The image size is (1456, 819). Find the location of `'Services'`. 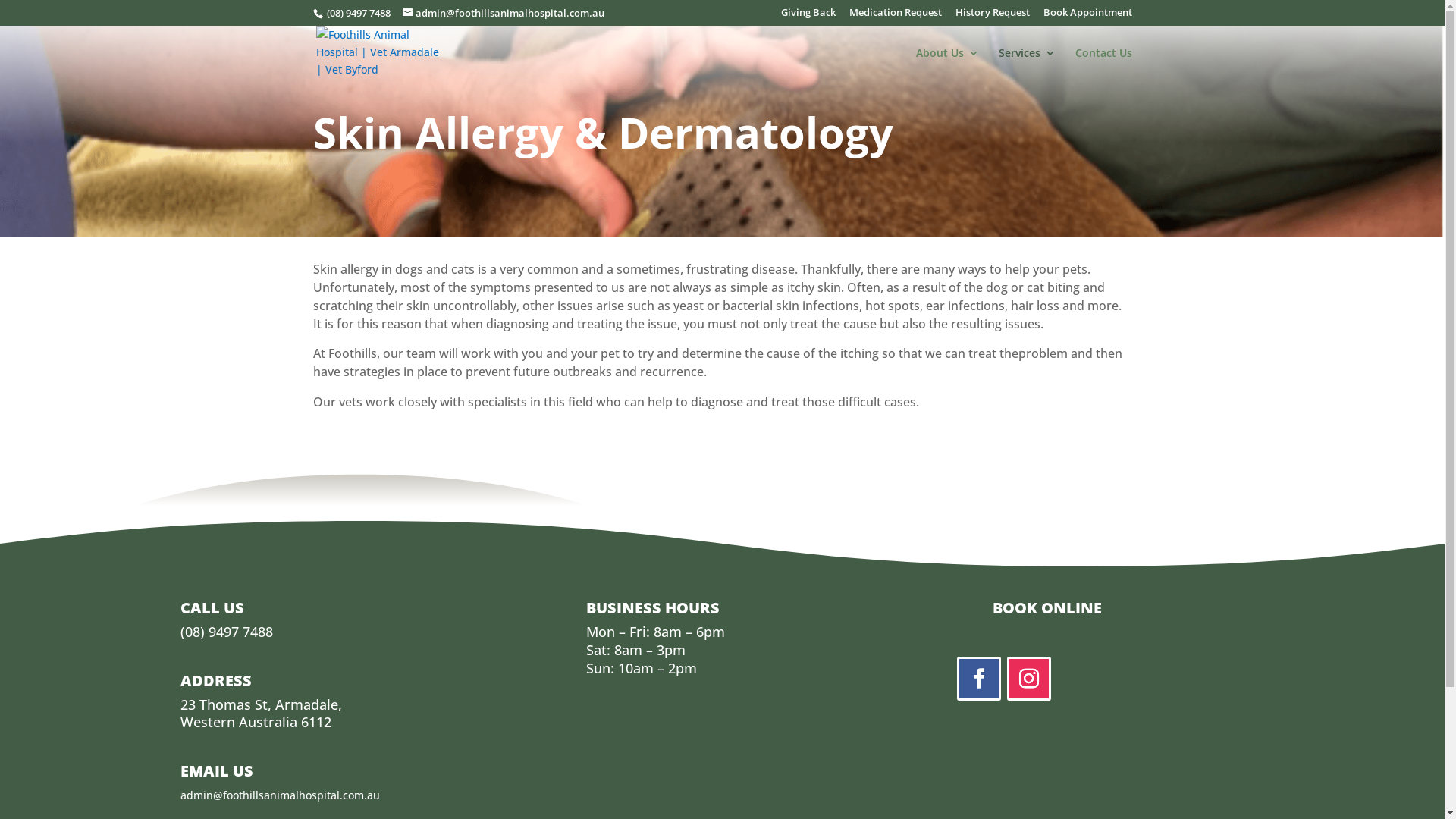

'Services' is located at coordinates (997, 64).